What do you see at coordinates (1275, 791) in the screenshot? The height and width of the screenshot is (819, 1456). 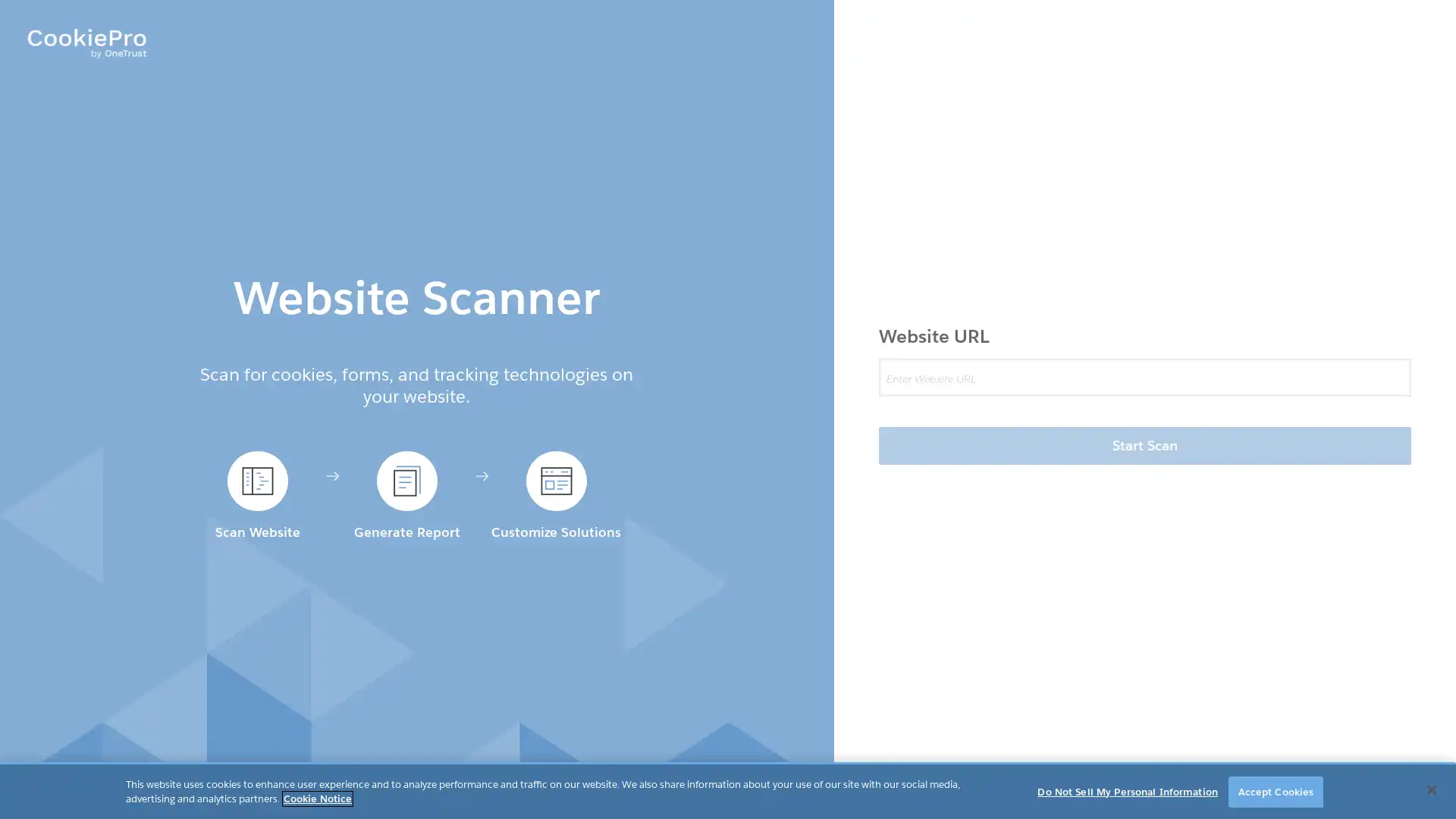 I see `Accept Cookies` at bounding box center [1275, 791].